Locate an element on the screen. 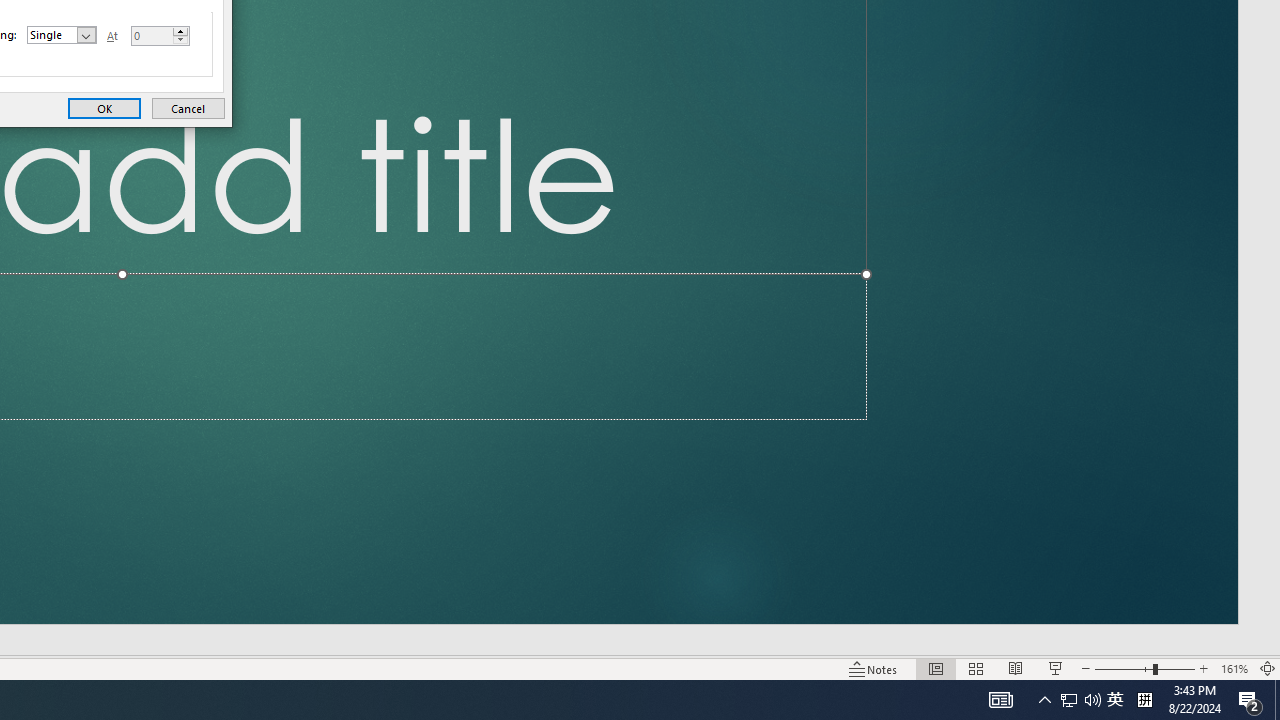 Image resolution: width=1280 pixels, height=720 pixels. 'Action Center, 2 new notifications' is located at coordinates (1250, 698).